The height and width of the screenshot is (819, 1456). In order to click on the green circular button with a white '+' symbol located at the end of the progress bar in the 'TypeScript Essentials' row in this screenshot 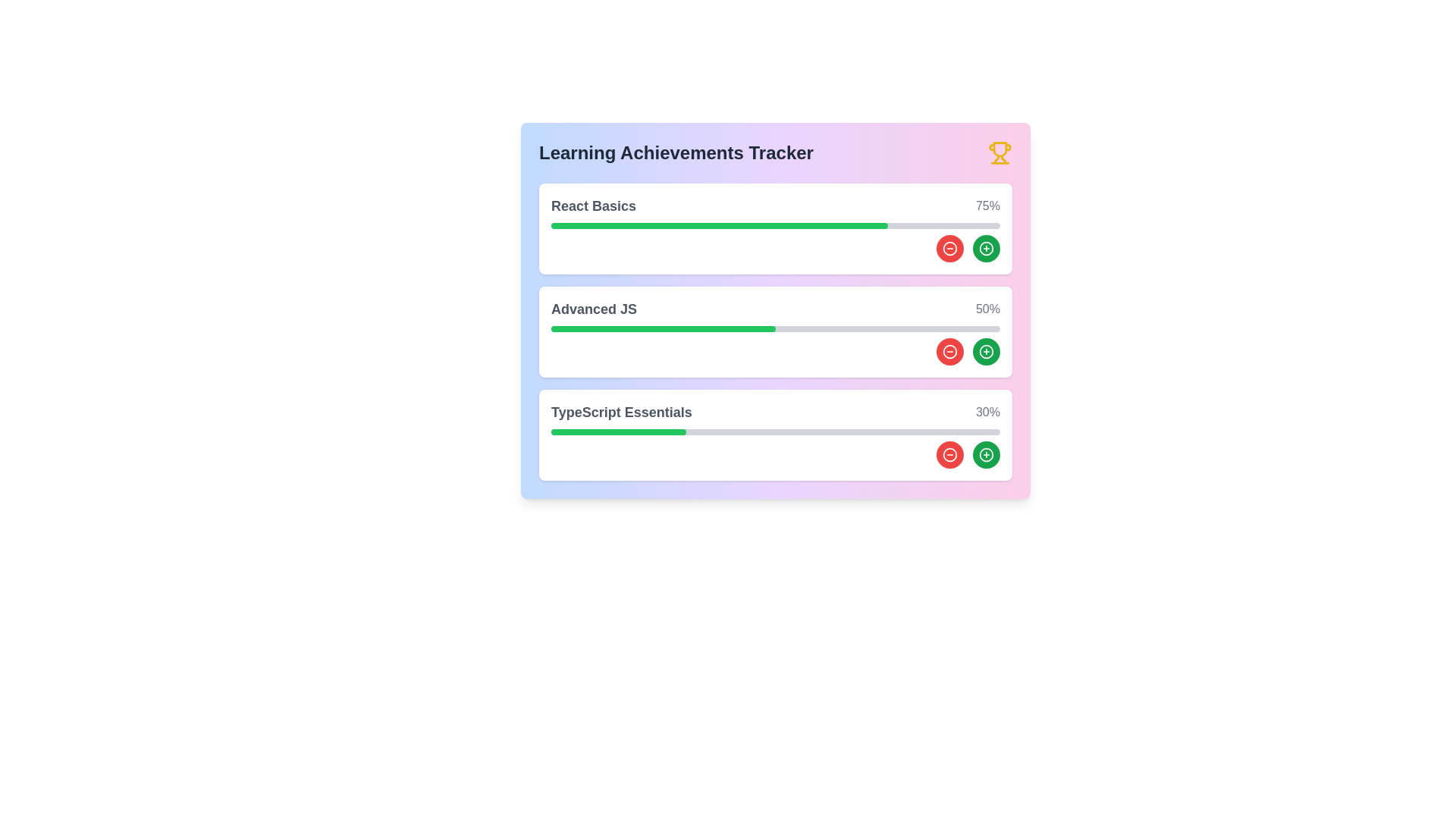, I will do `click(986, 454)`.